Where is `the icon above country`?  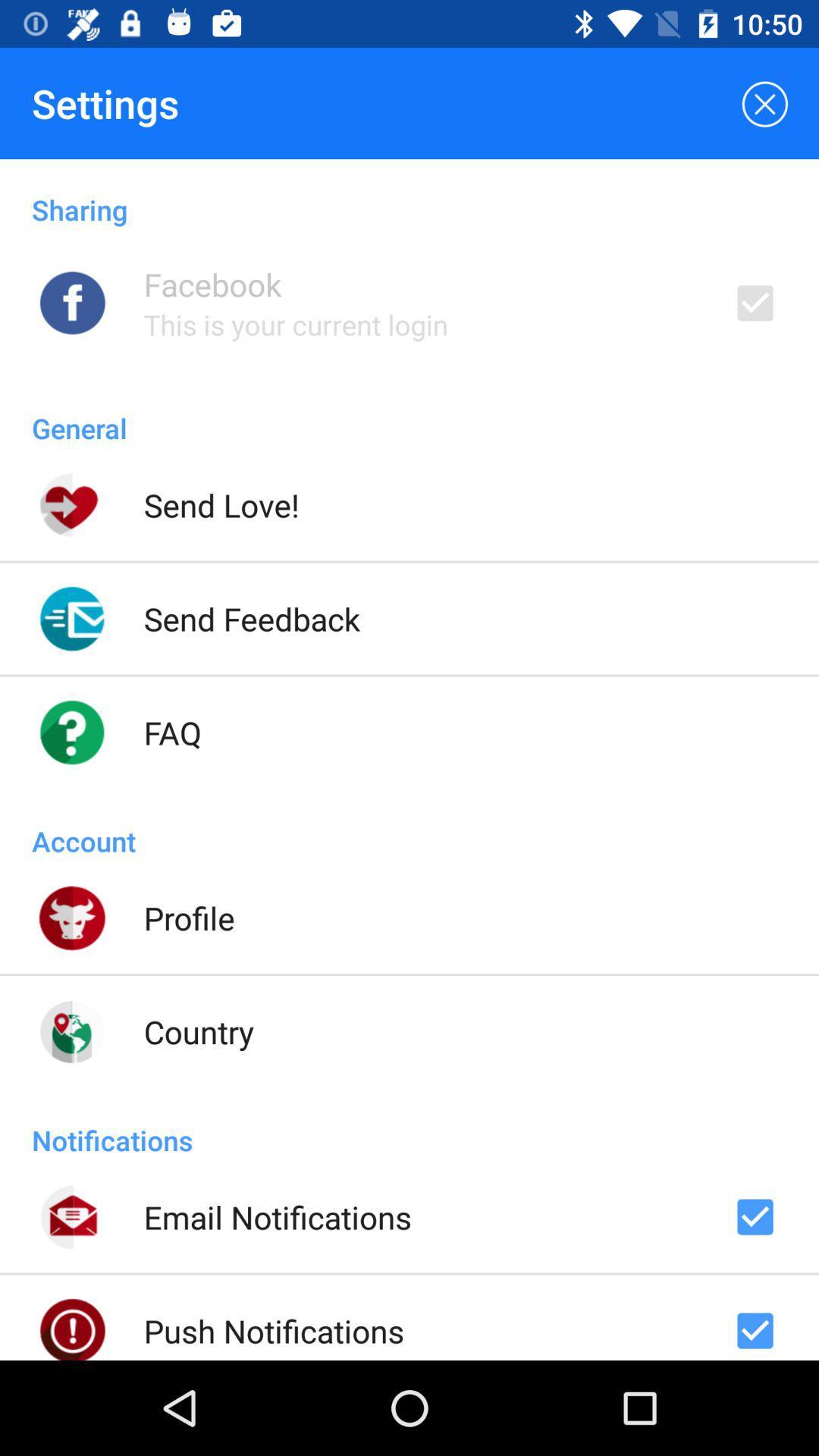 the icon above country is located at coordinates (188, 917).